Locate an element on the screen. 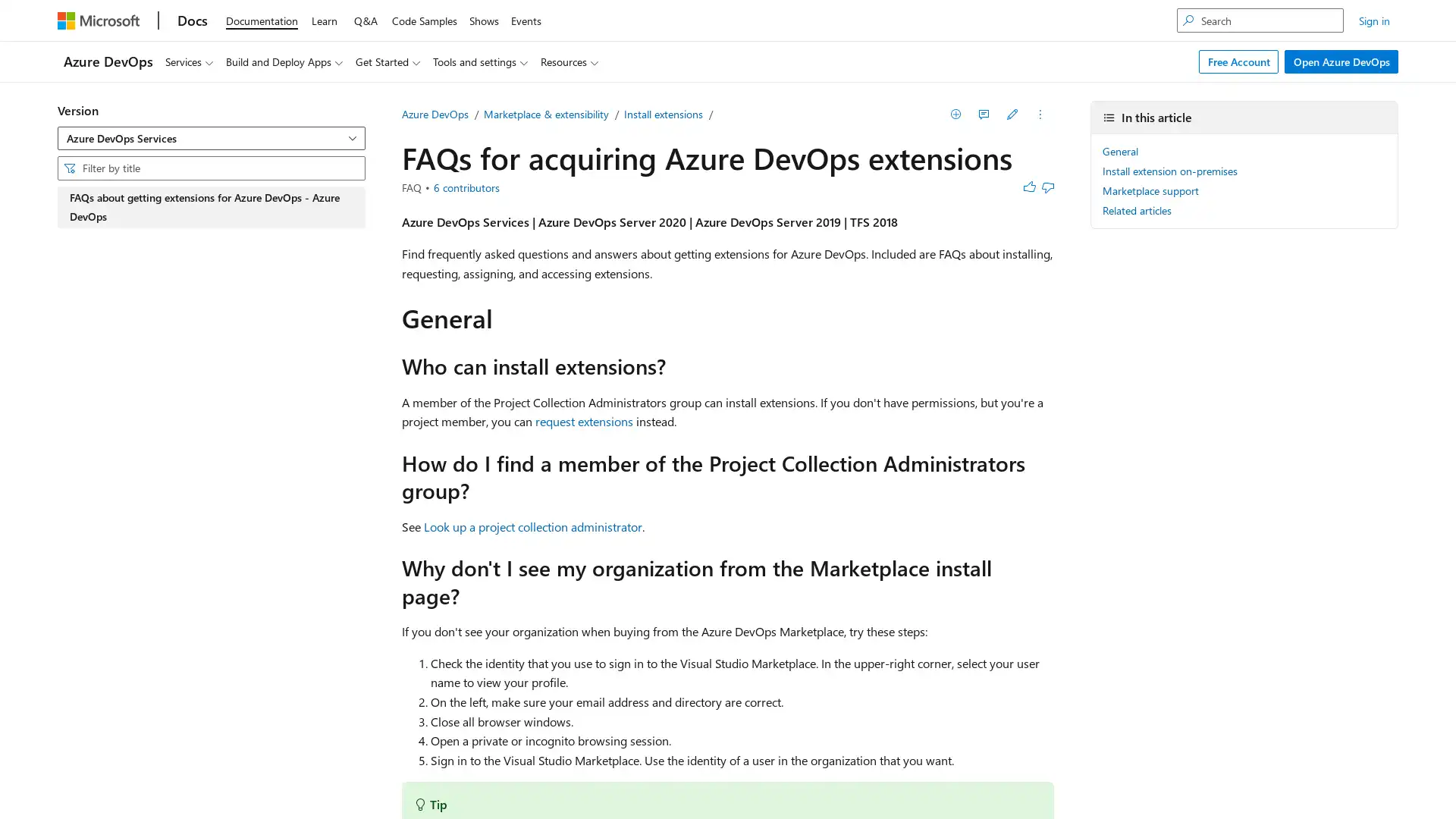 The image size is (1456, 819). View all contributors is located at coordinates (466, 187).